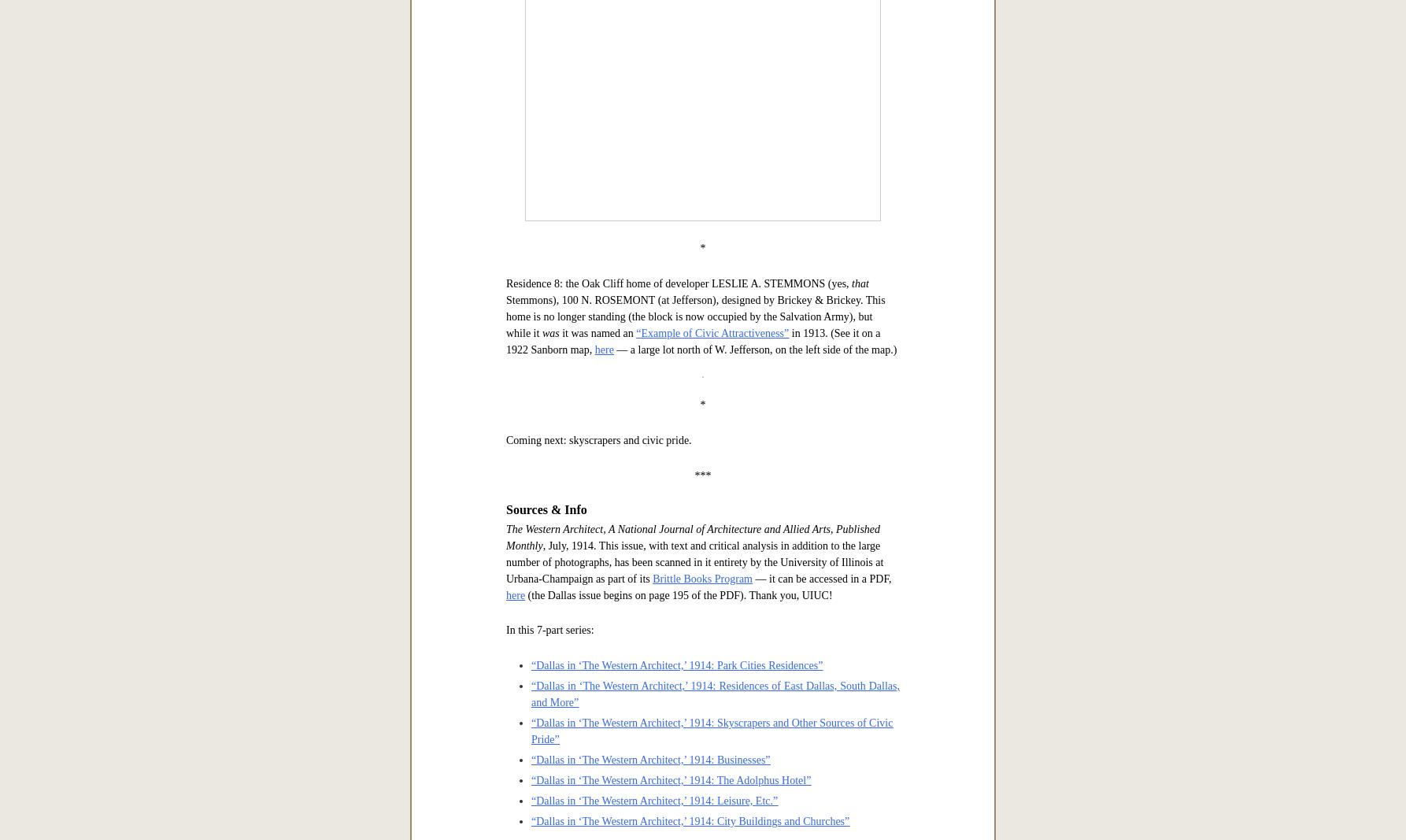 The image size is (1406, 840). Describe the element at coordinates (653, 198) in the screenshot. I see `'). (See it on a 1921 Sanborn map,'` at that location.